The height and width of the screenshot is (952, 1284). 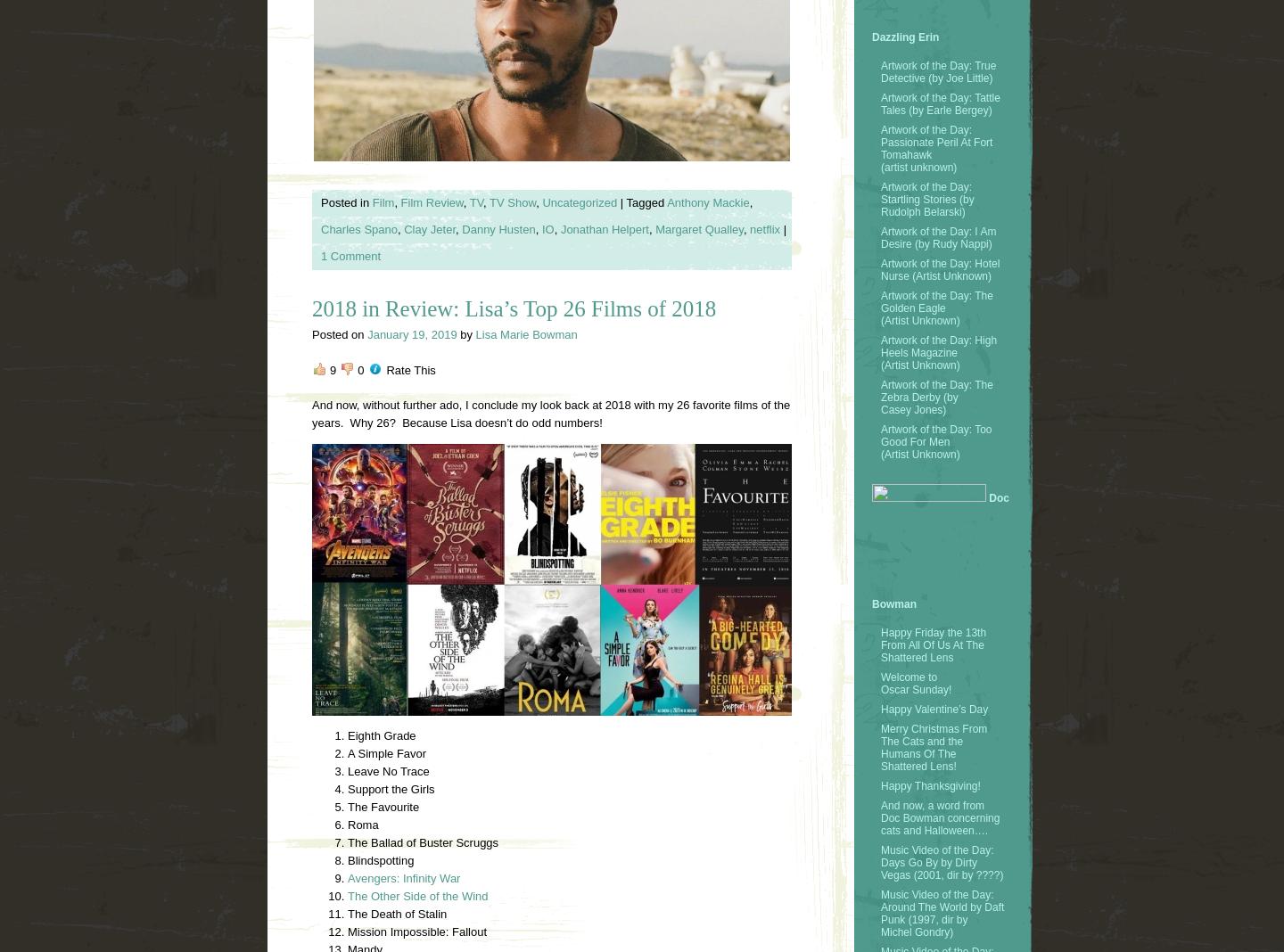 What do you see at coordinates (428, 229) in the screenshot?
I see `'Clay Jeter'` at bounding box center [428, 229].